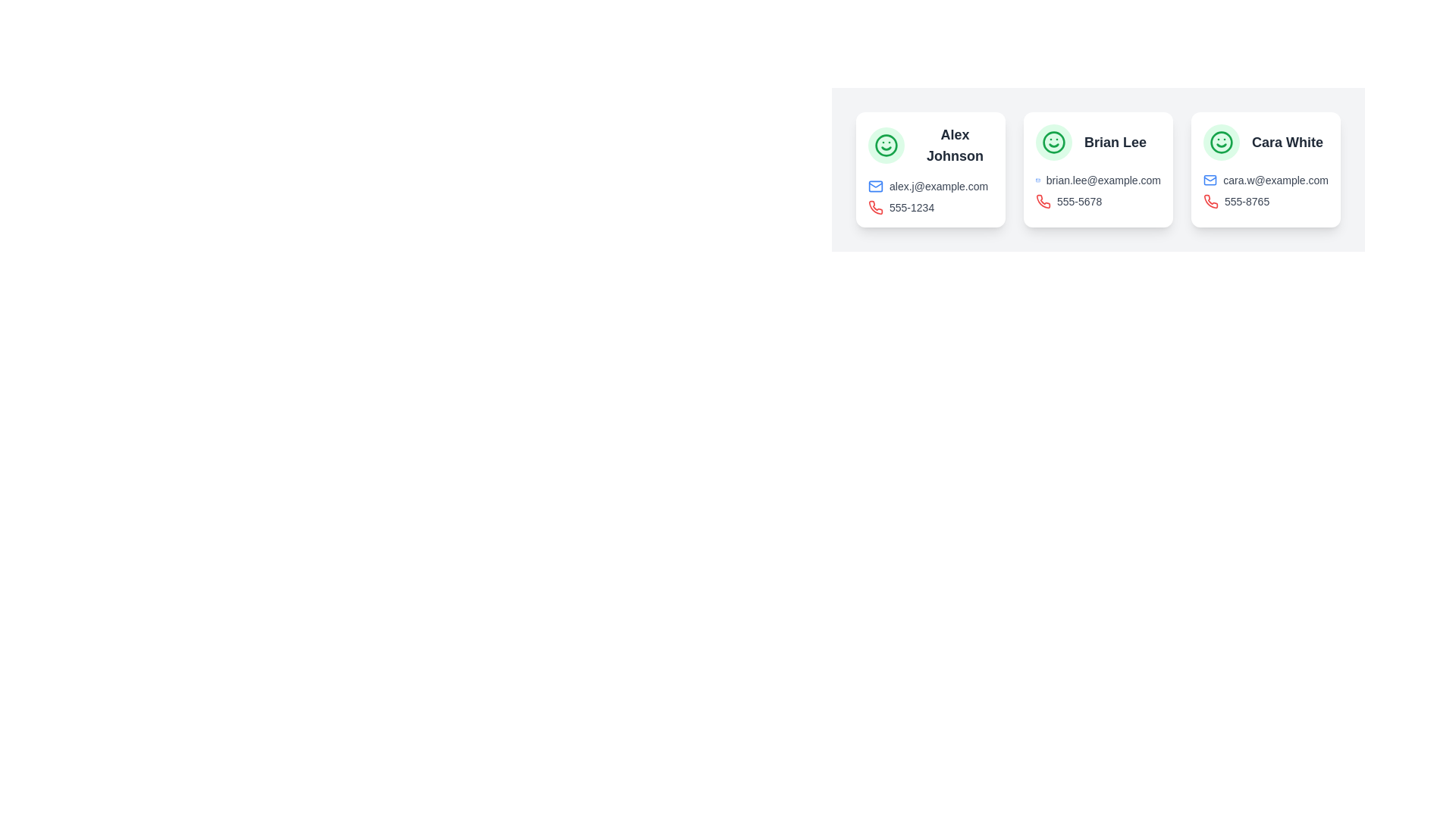  What do you see at coordinates (1266, 143) in the screenshot?
I see `the text label displaying 'Cara White', which is positioned to the right of a green circle with a smiling face icon, located in the title section of the rightmost card` at bounding box center [1266, 143].